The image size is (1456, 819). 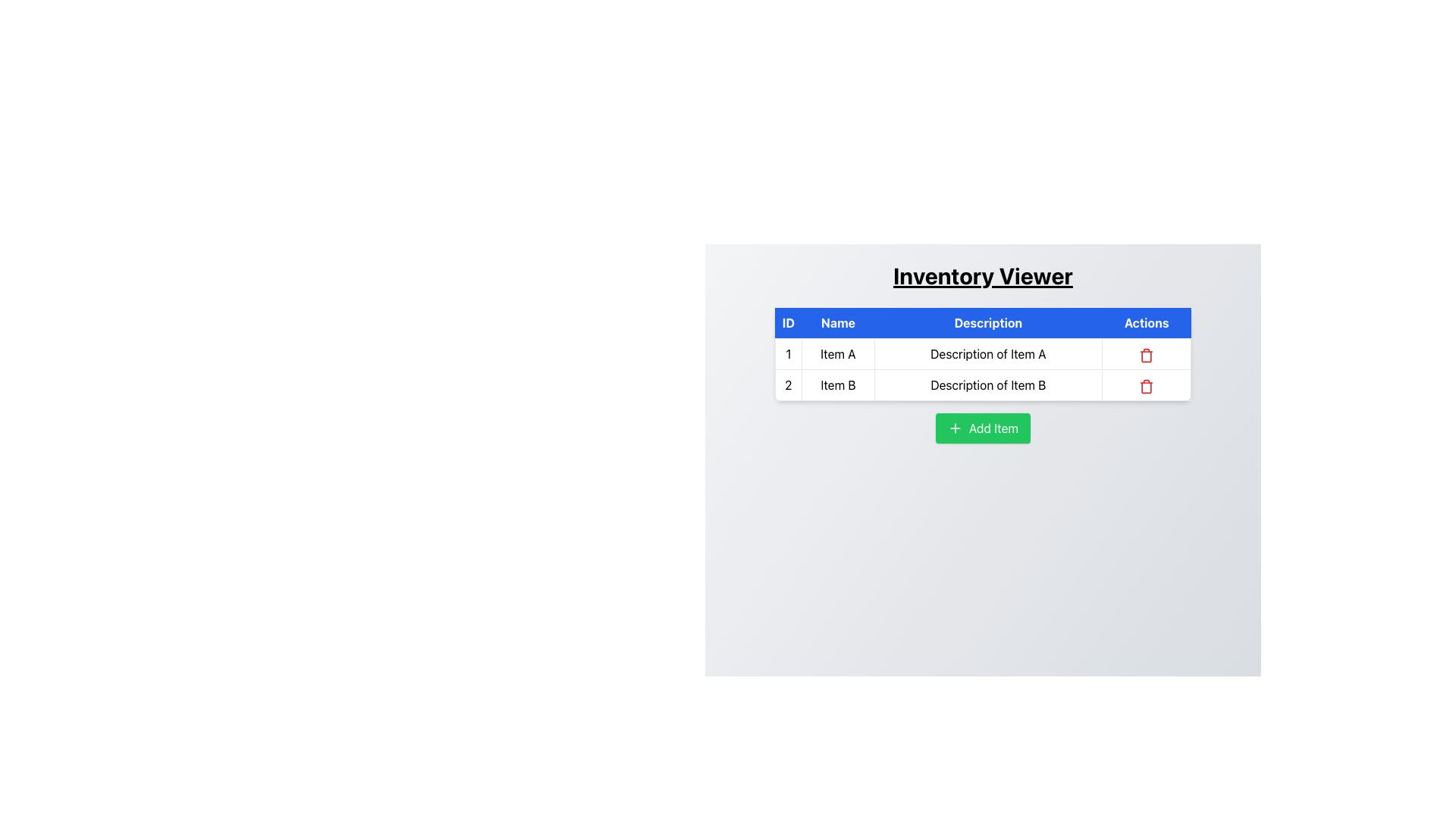 I want to click on the delete icon button in the second row of the table, so click(x=1147, y=384).